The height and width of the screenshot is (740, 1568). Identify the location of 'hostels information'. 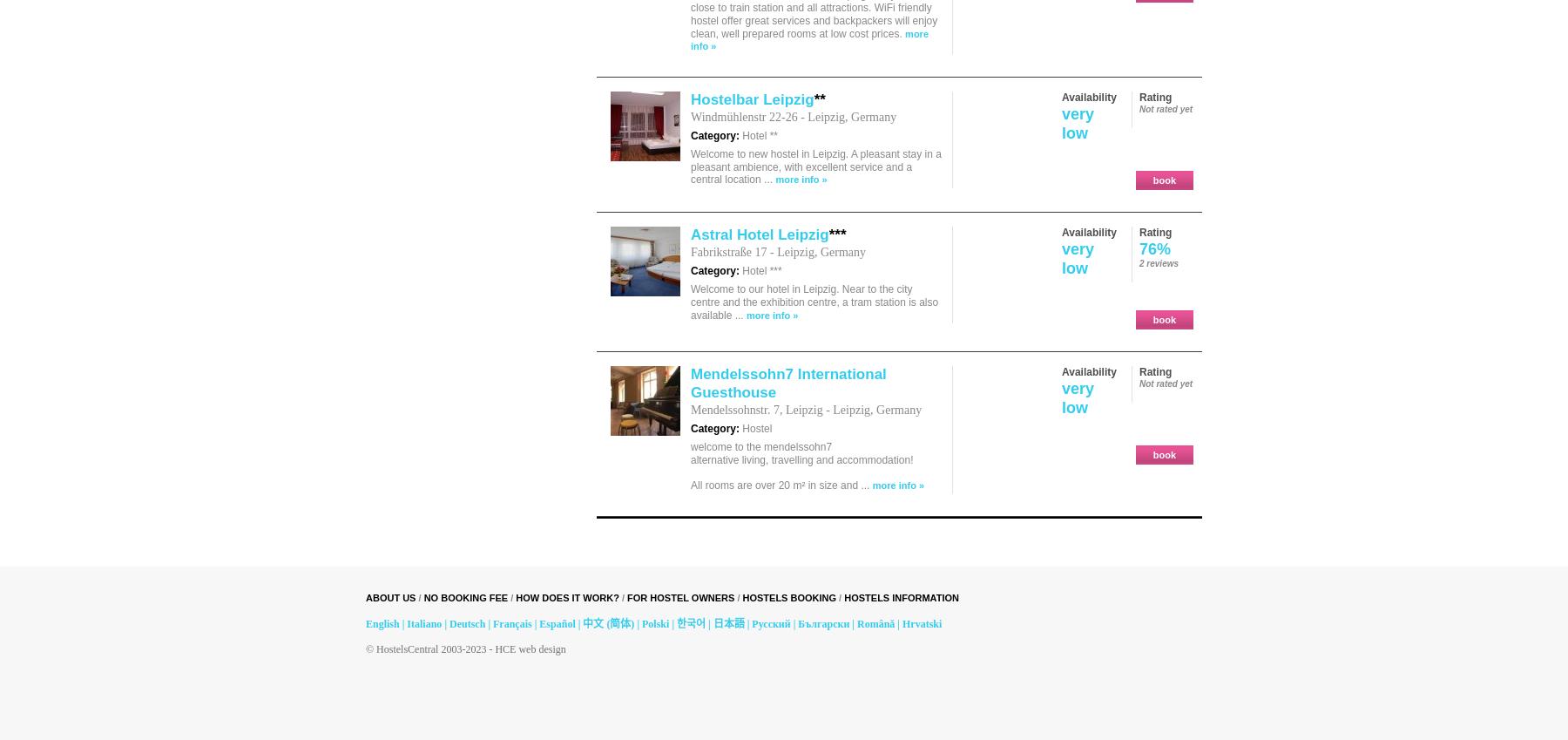
(902, 596).